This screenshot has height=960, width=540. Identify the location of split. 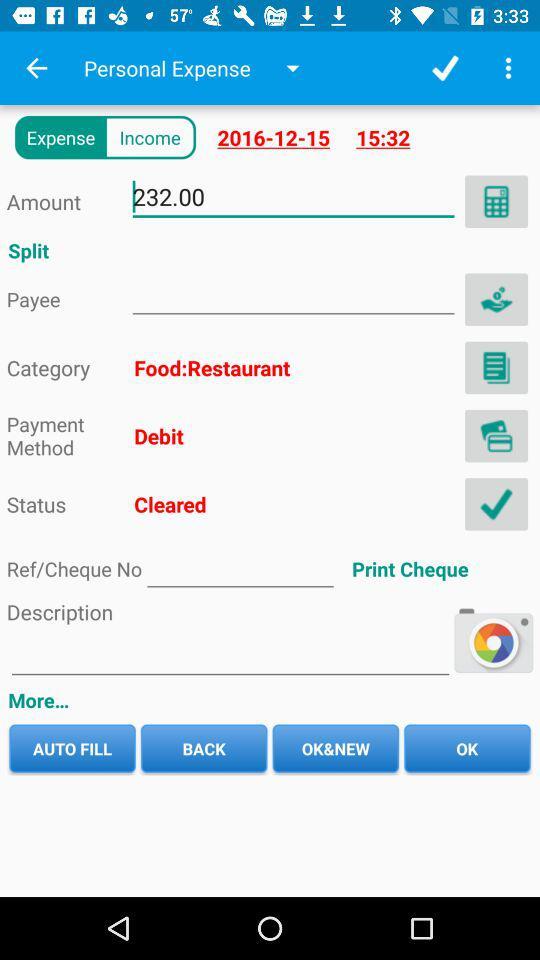
(292, 294).